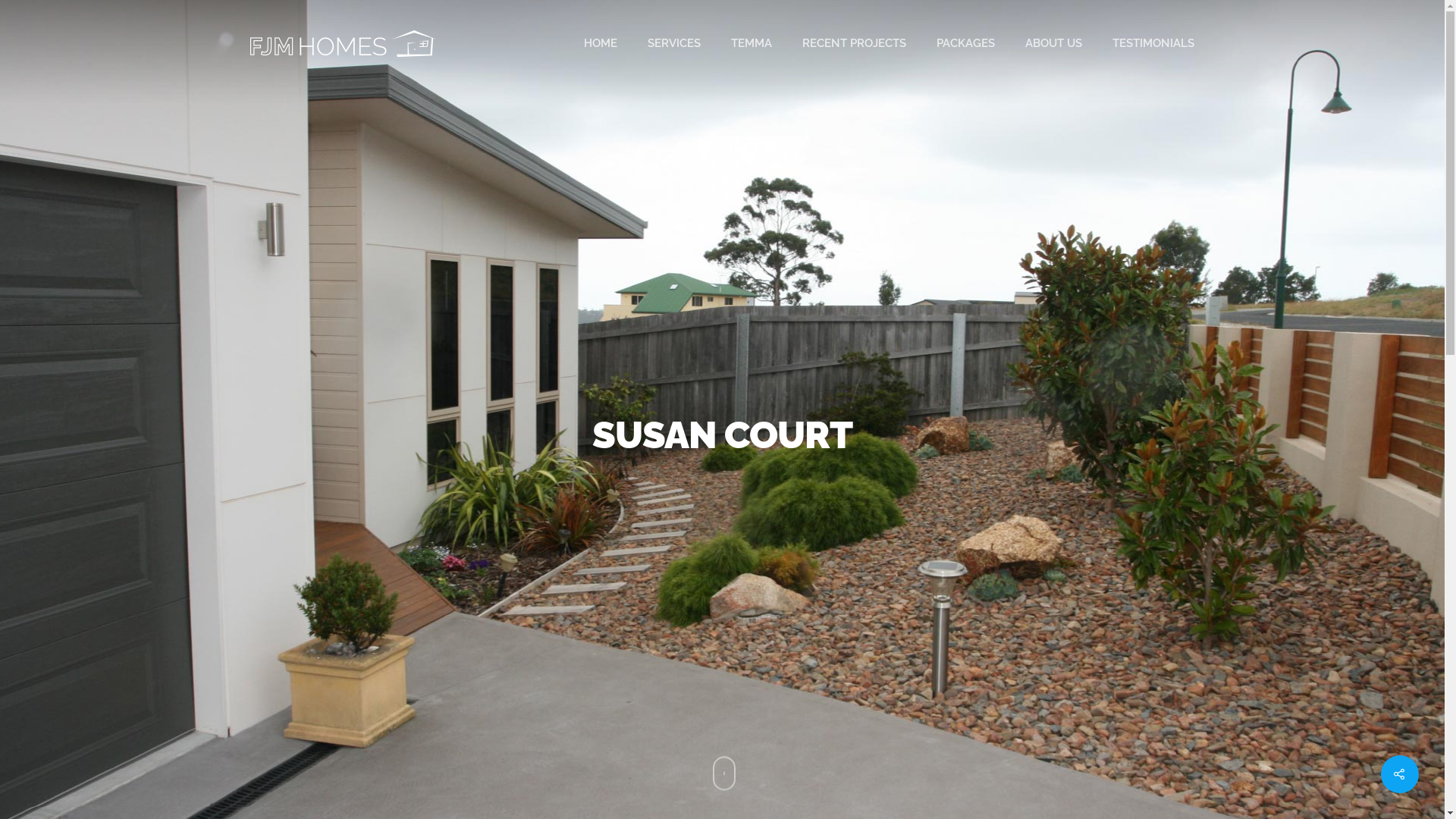  I want to click on 'TEMMA', so click(731, 42).